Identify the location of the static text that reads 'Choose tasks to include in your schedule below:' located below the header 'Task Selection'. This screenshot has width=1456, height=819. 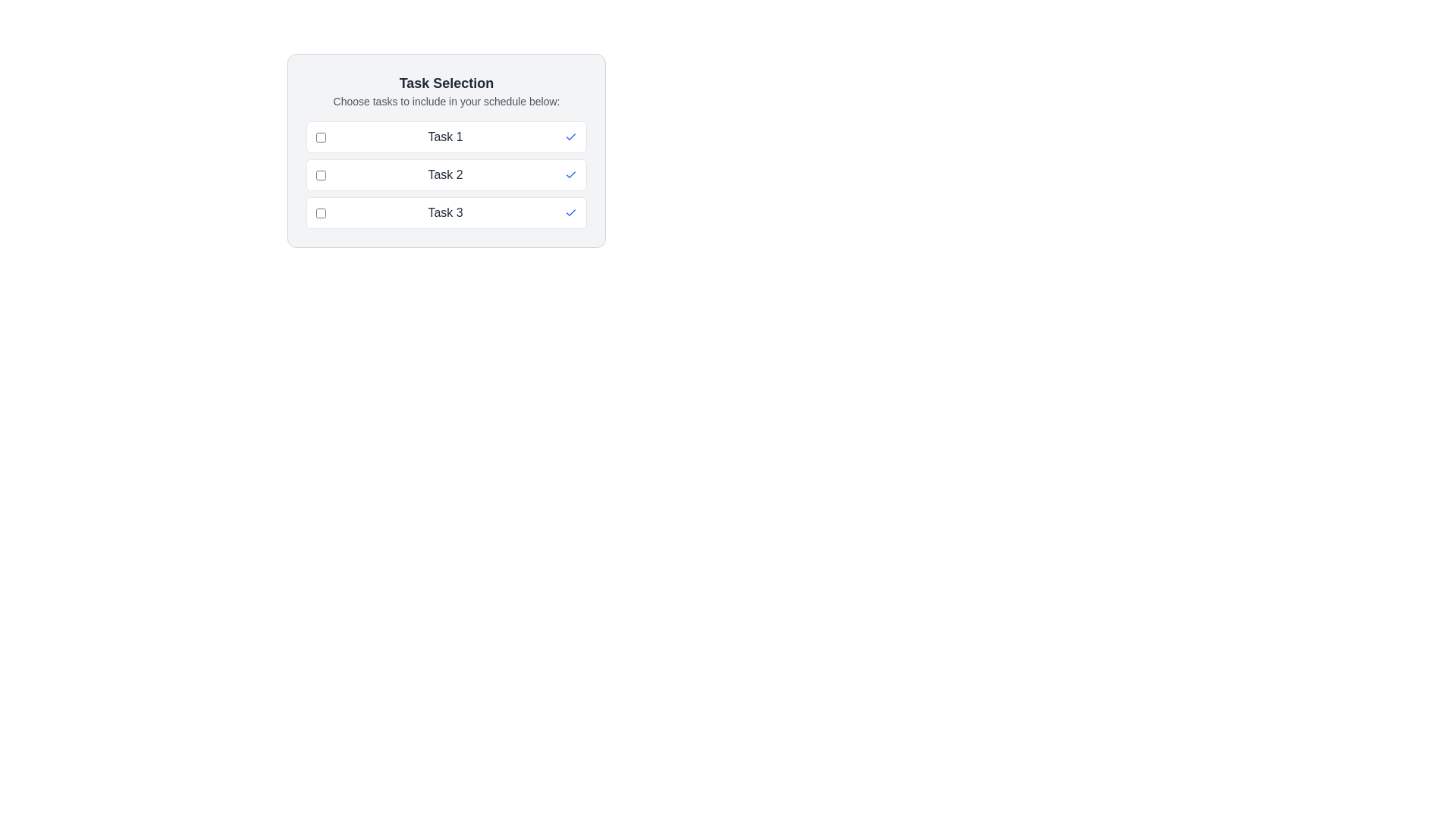
(446, 102).